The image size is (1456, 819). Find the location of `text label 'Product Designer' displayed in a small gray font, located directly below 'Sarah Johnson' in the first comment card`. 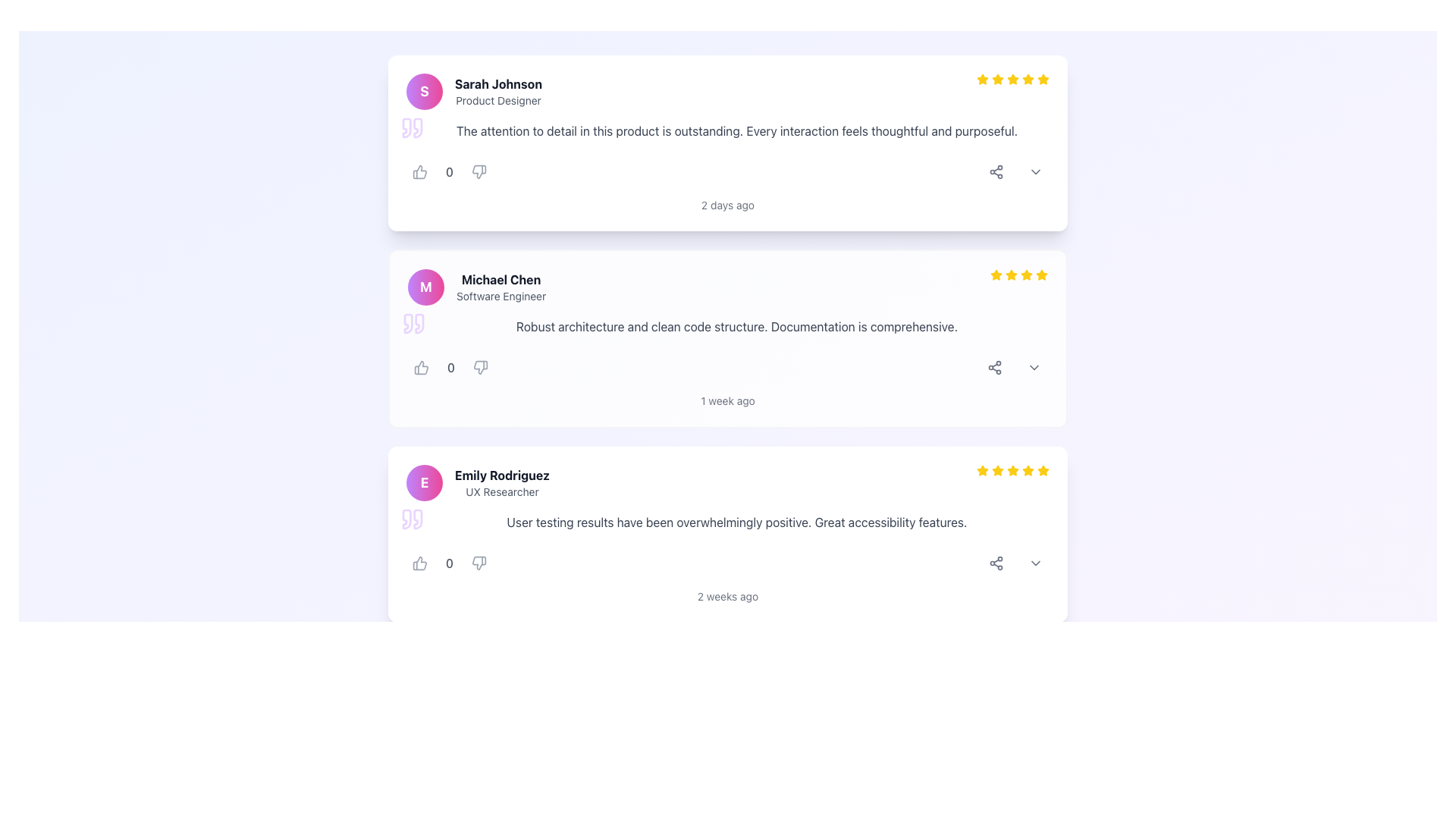

text label 'Product Designer' displayed in a small gray font, located directly below 'Sarah Johnson' in the first comment card is located at coordinates (498, 100).